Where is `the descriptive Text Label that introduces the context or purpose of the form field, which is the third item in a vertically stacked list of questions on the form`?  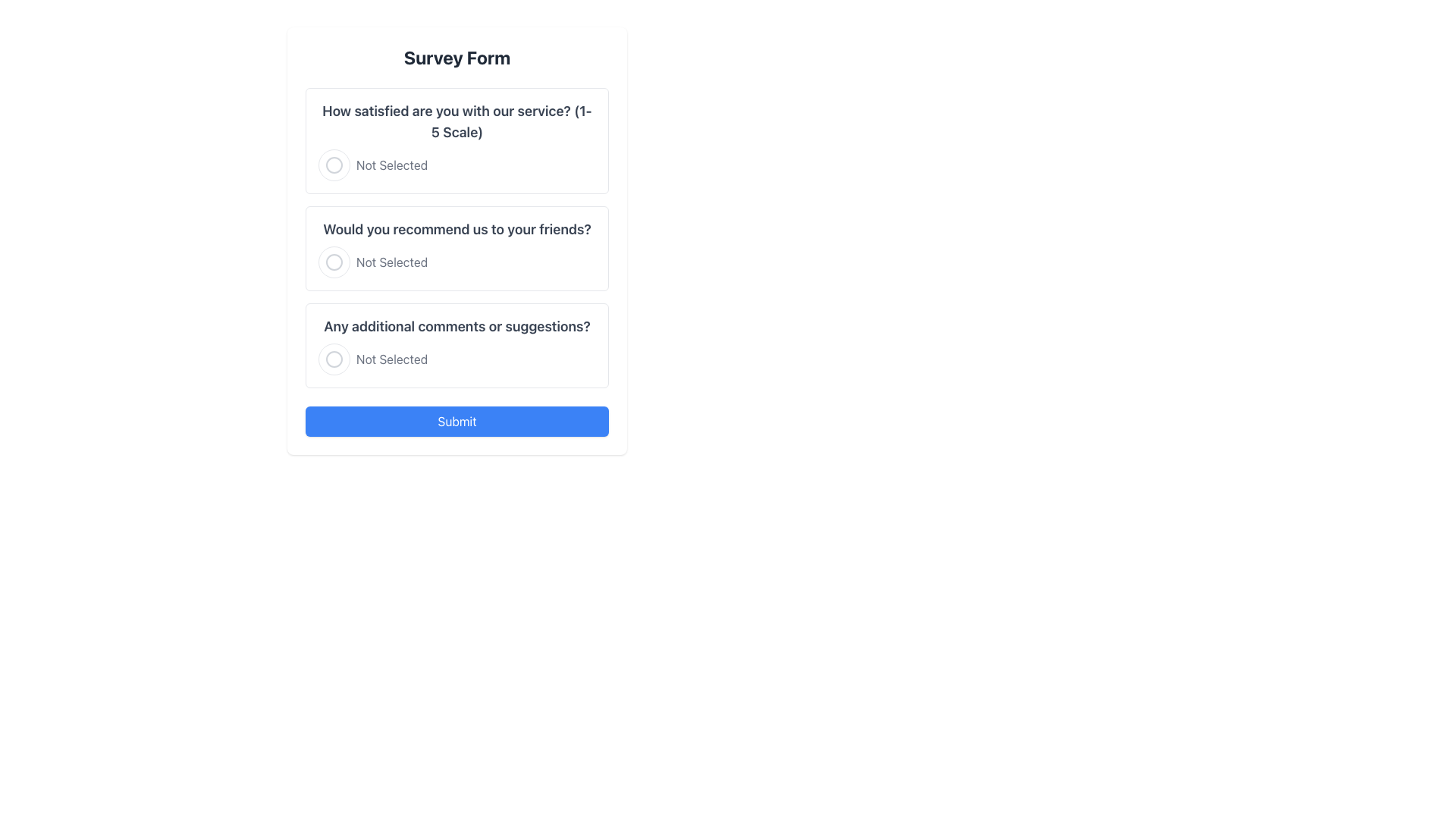 the descriptive Text Label that introduces the context or purpose of the form field, which is the third item in a vertically stacked list of questions on the form is located at coordinates (457, 326).